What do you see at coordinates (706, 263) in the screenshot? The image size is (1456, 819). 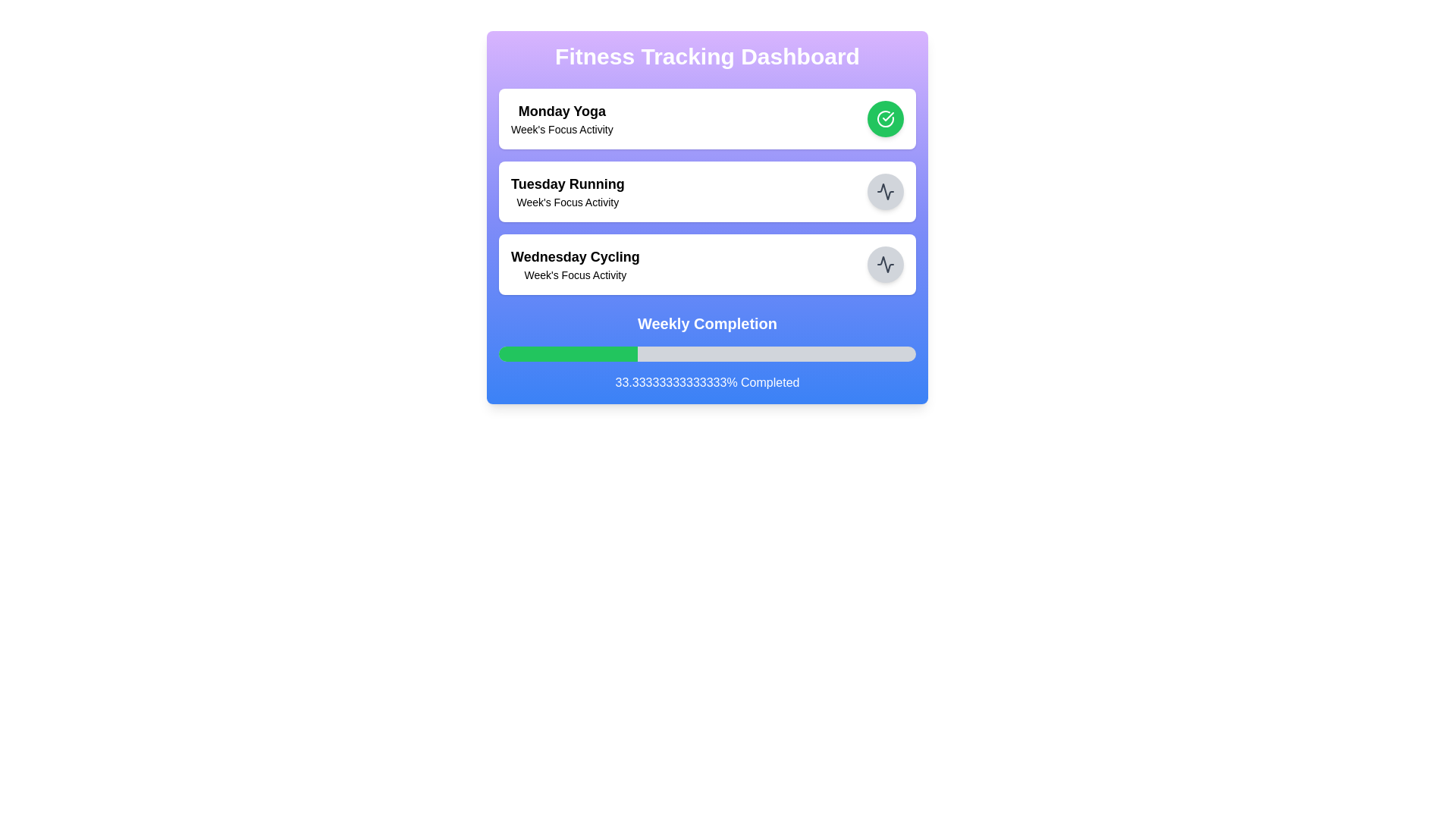 I see `the third card in the fitness tracking dashboard, which displays an activity name and a description, located between 'Tuesday Running' and 'Weekly Completion'` at bounding box center [706, 263].